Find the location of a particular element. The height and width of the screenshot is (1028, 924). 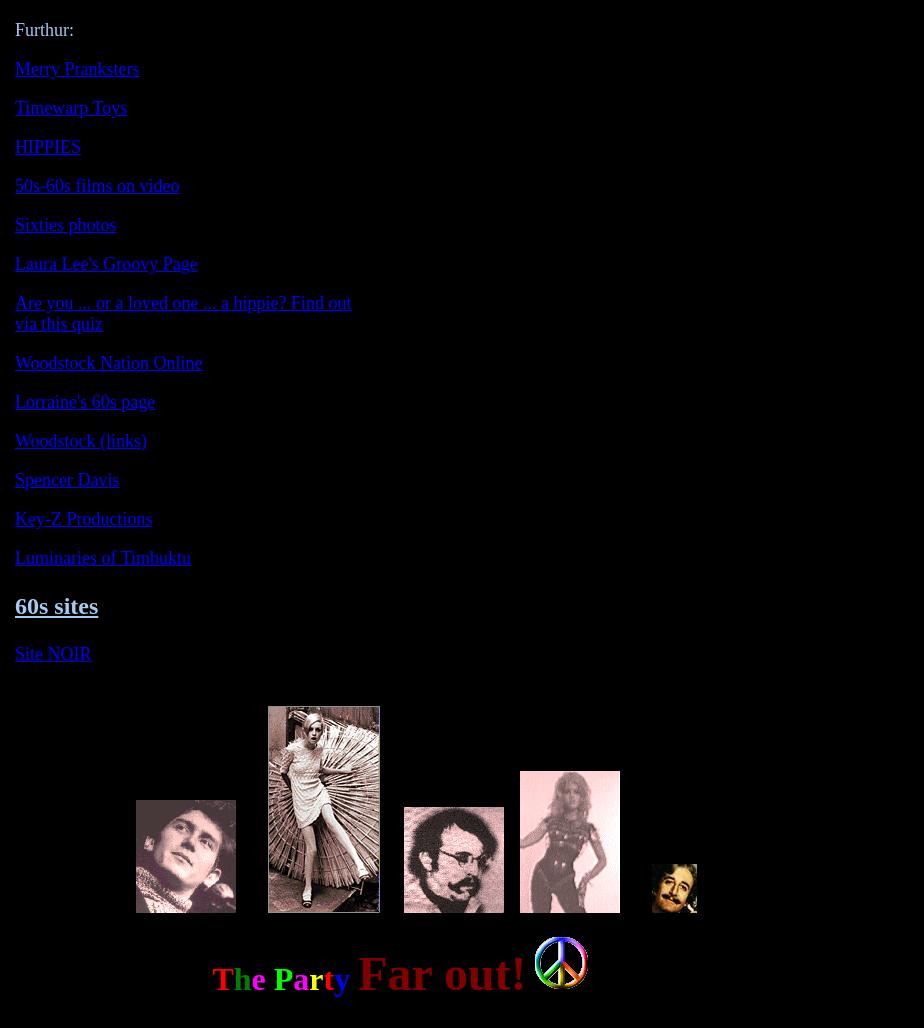

'Key-Z Productions' is located at coordinates (83, 519).